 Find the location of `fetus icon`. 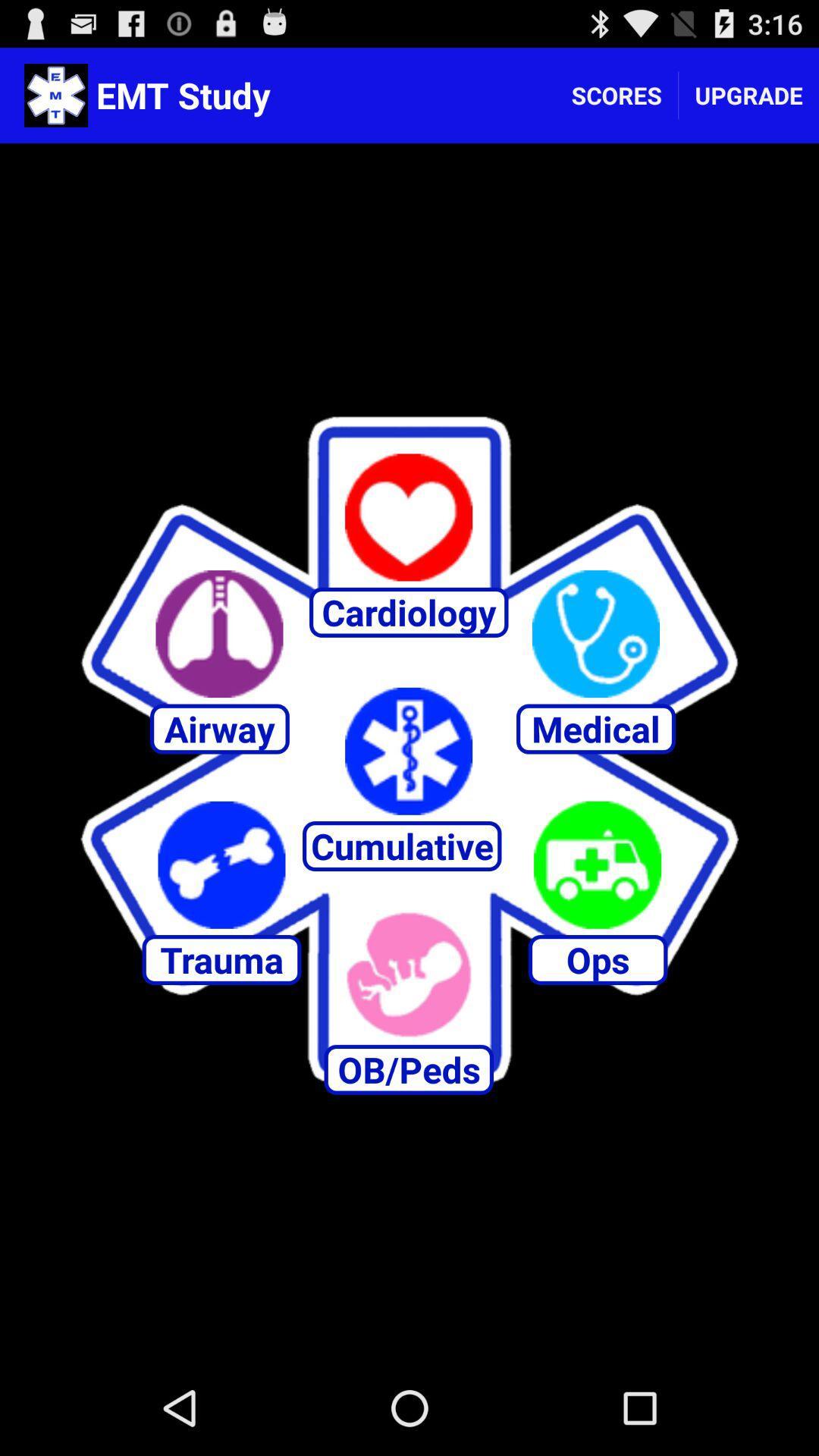

fetus icon is located at coordinates (408, 974).